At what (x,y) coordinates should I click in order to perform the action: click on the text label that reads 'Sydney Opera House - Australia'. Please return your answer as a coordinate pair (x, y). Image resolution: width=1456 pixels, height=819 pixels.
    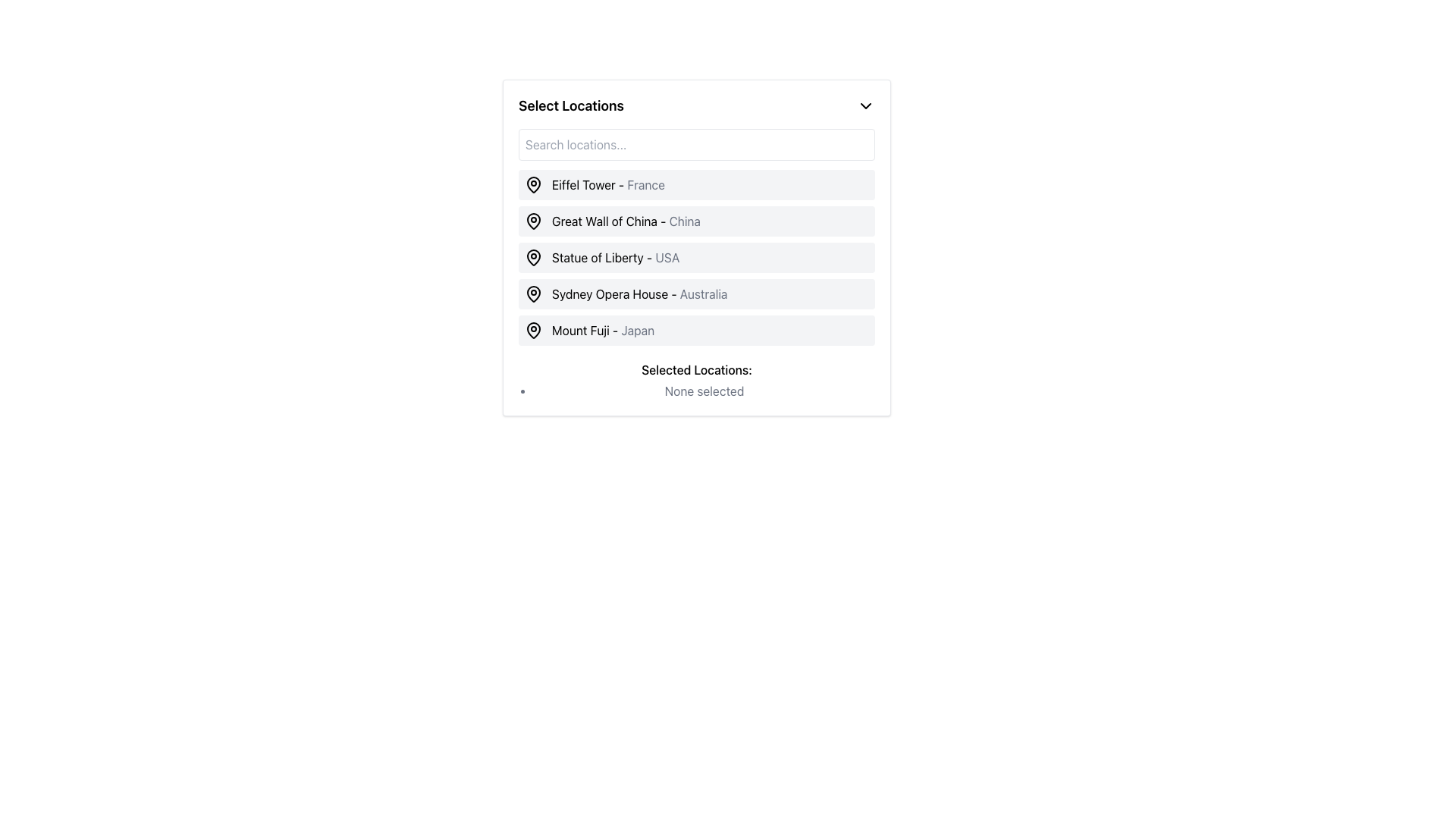
    Looking at the image, I should click on (639, 294).